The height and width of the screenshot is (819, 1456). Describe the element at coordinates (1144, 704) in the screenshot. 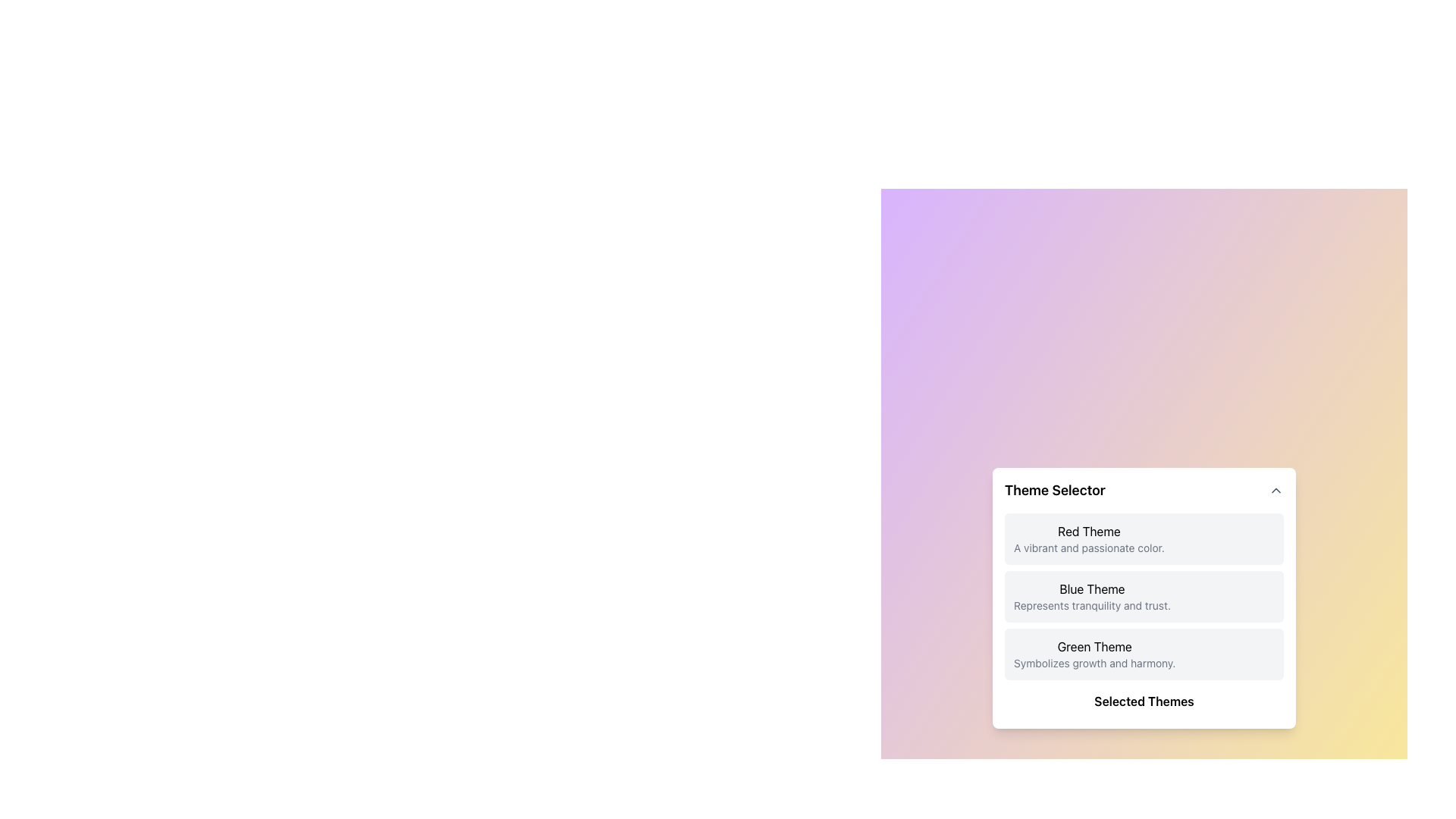

I see `the text label indicating the section for selected themes at the bottom of the theme selection card` at that location.